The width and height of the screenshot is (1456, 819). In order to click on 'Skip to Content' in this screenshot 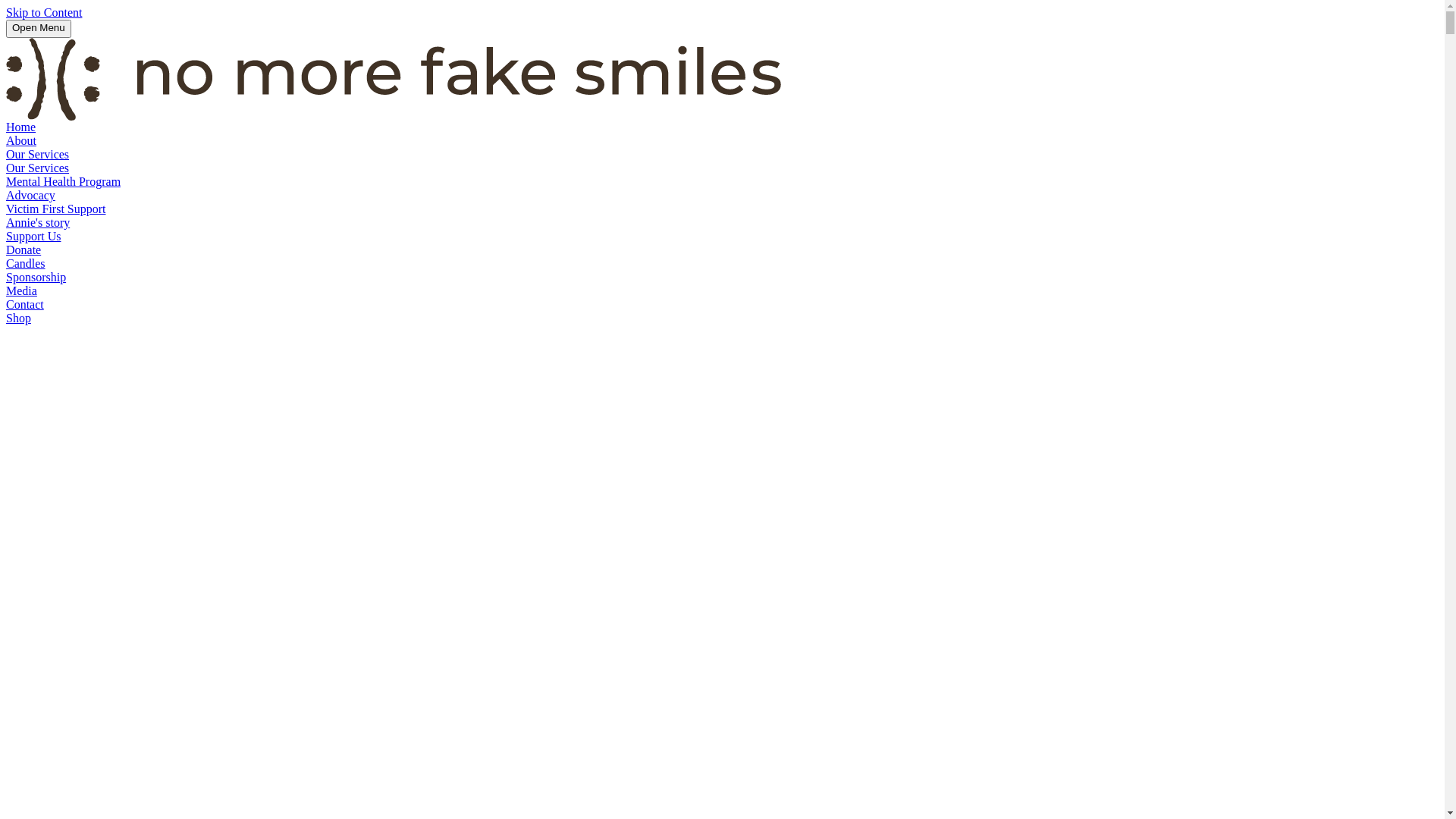, I will do `click(43, 12)`.